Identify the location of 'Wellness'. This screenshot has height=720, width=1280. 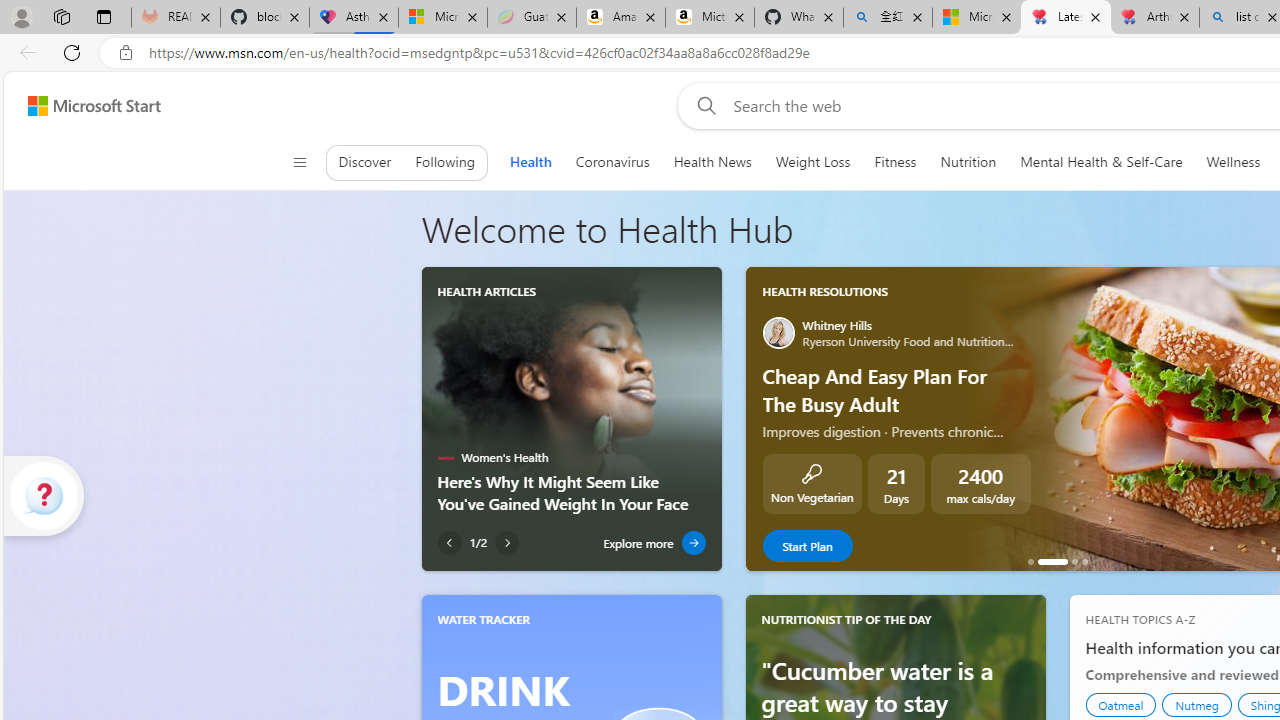
(1232, 161).